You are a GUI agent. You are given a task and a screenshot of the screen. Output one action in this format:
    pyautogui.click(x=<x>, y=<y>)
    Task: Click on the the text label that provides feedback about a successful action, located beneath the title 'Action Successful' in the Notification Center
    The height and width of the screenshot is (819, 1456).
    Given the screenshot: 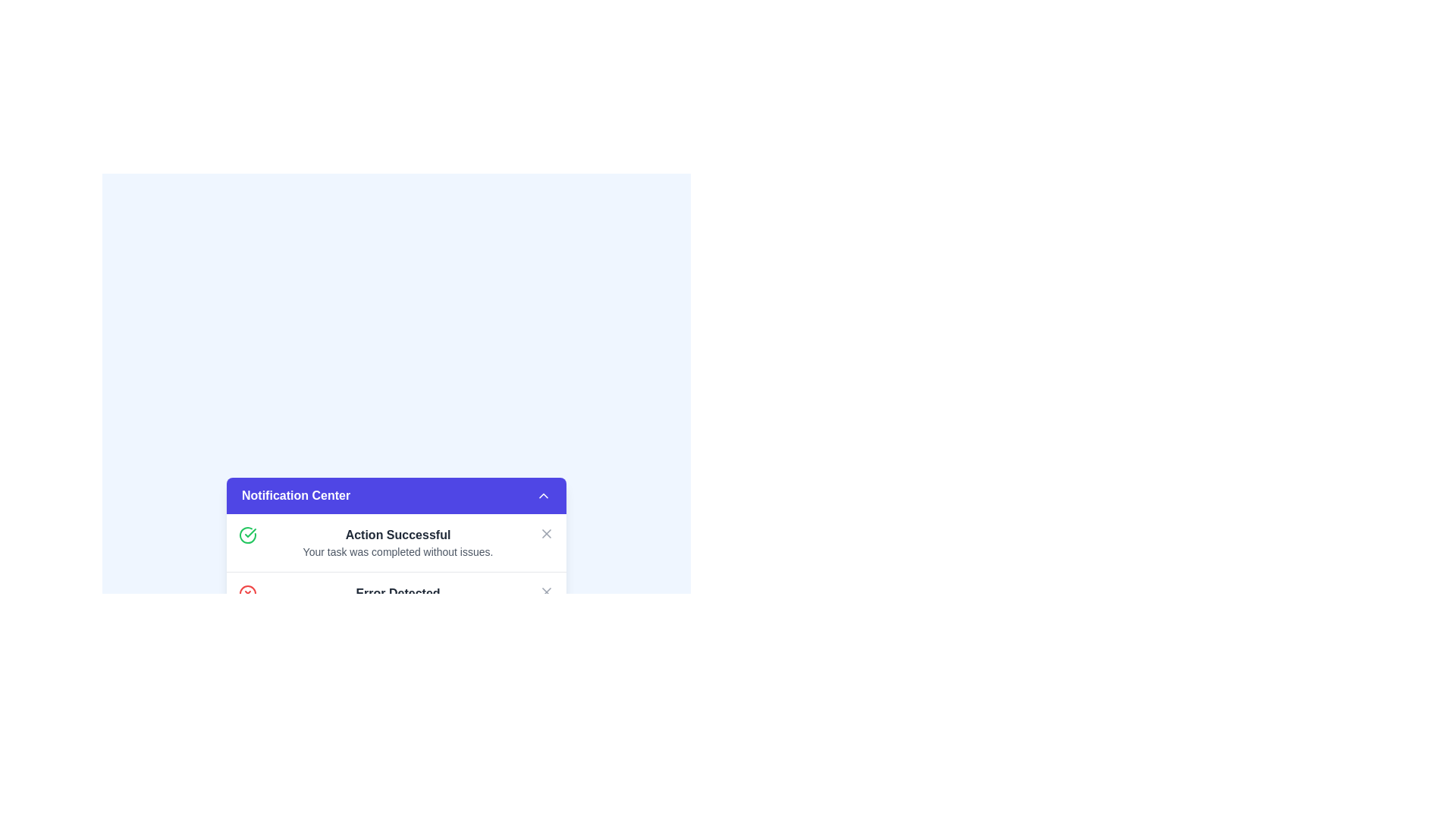 What is the action you would take?
    pyautogui.click(x=397, y=552)
    